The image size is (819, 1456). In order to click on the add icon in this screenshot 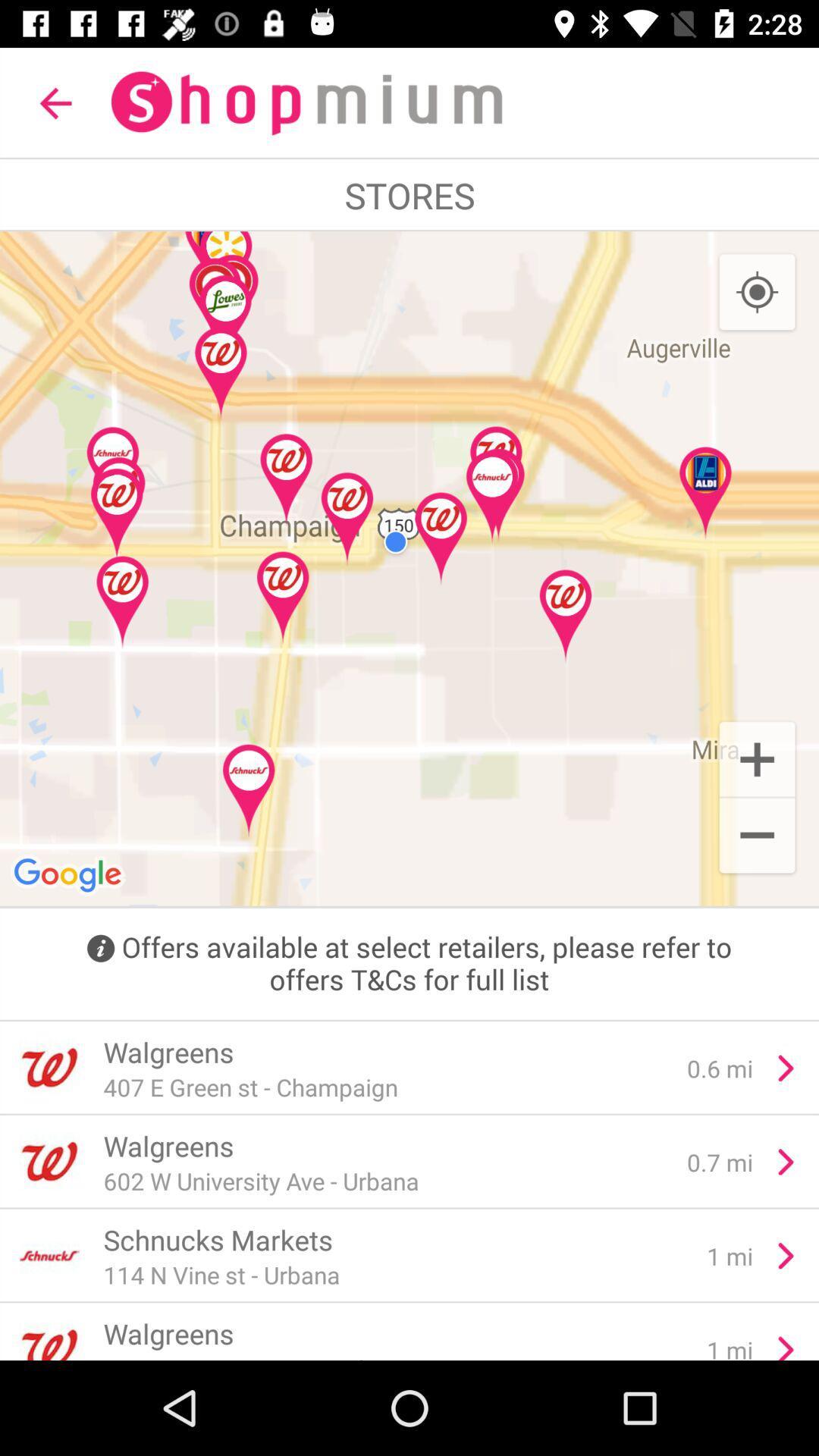, I will do `click(757, 758)`.